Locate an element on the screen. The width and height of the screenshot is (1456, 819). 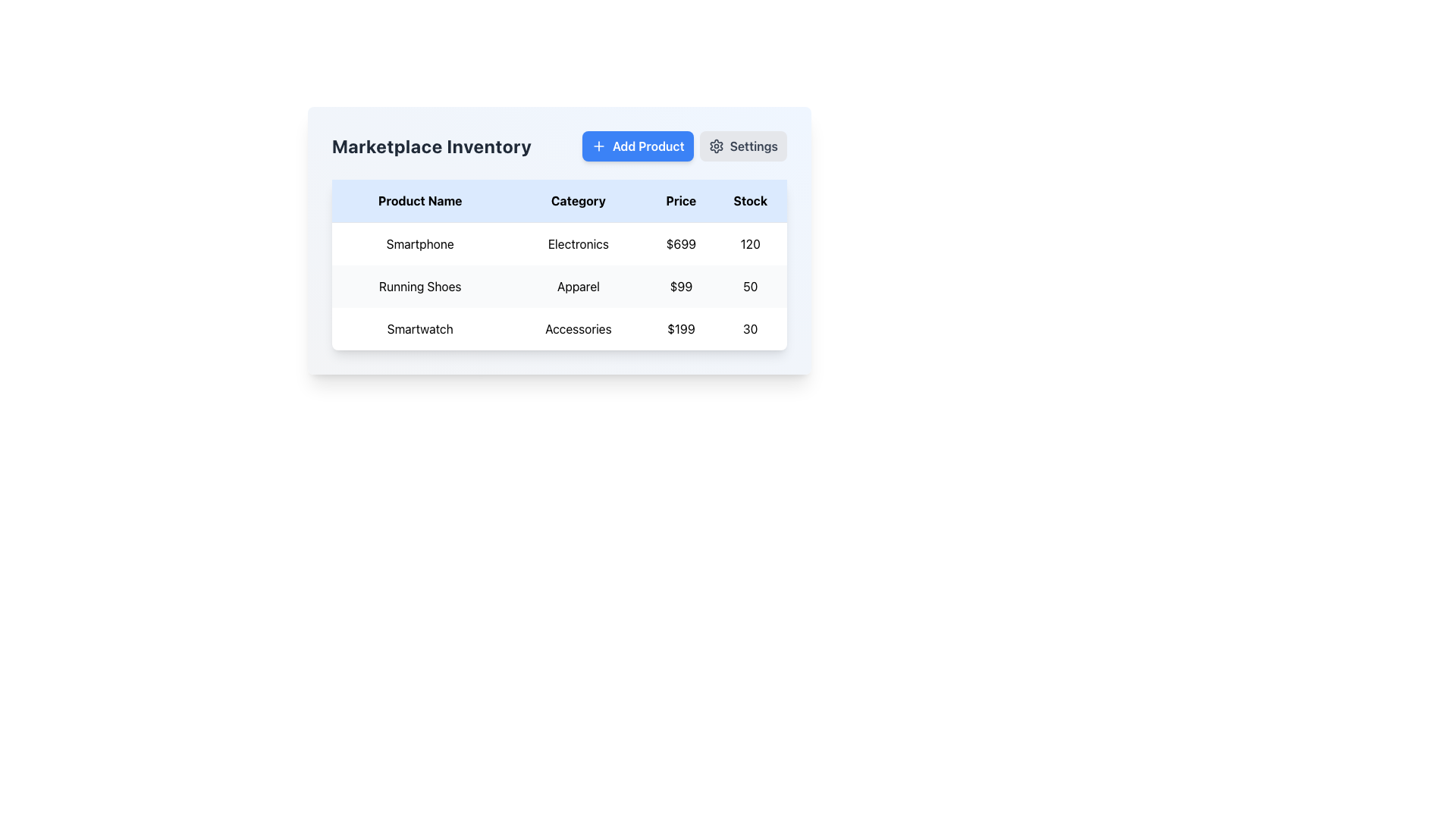
to select the second row in the data table containing the product 'Running Shoes', which has a light gray background is located at coordinates (559, 287).